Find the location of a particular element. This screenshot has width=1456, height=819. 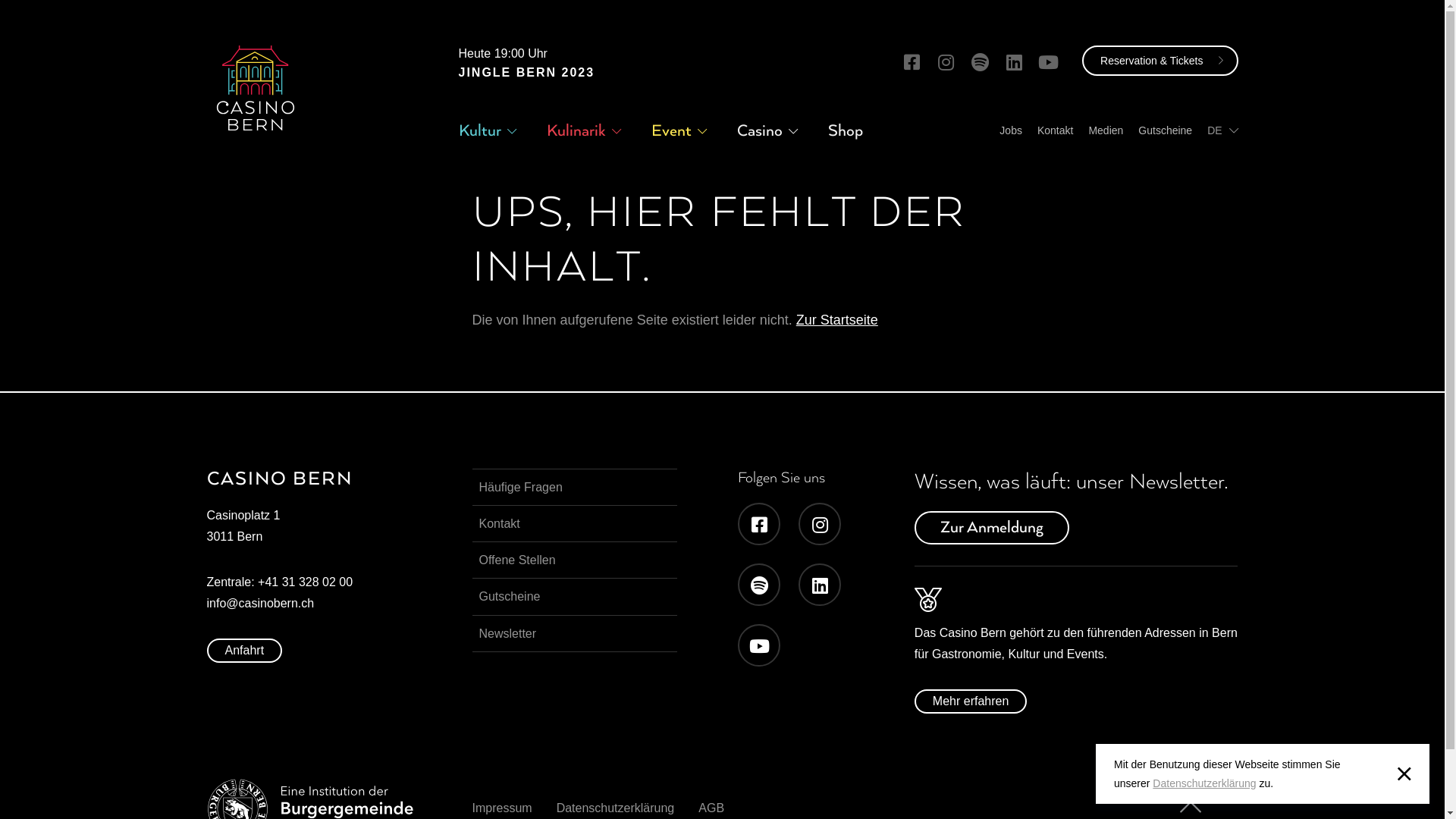

'Gutscheine' is located at coordinates (1164, 130).